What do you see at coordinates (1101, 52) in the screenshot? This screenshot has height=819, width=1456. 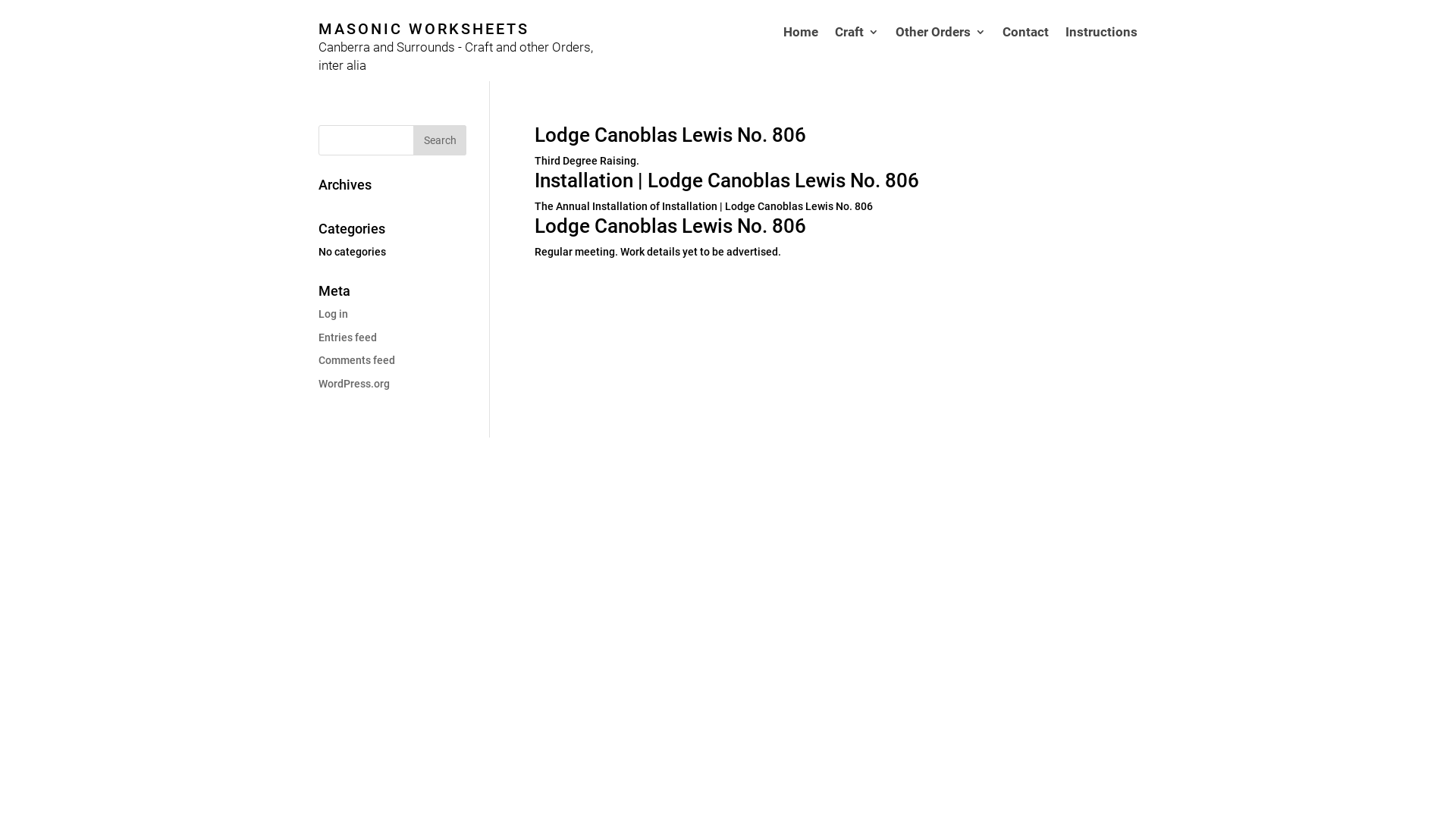 I see `'Instructions'` at bounding box center [1101, 52].